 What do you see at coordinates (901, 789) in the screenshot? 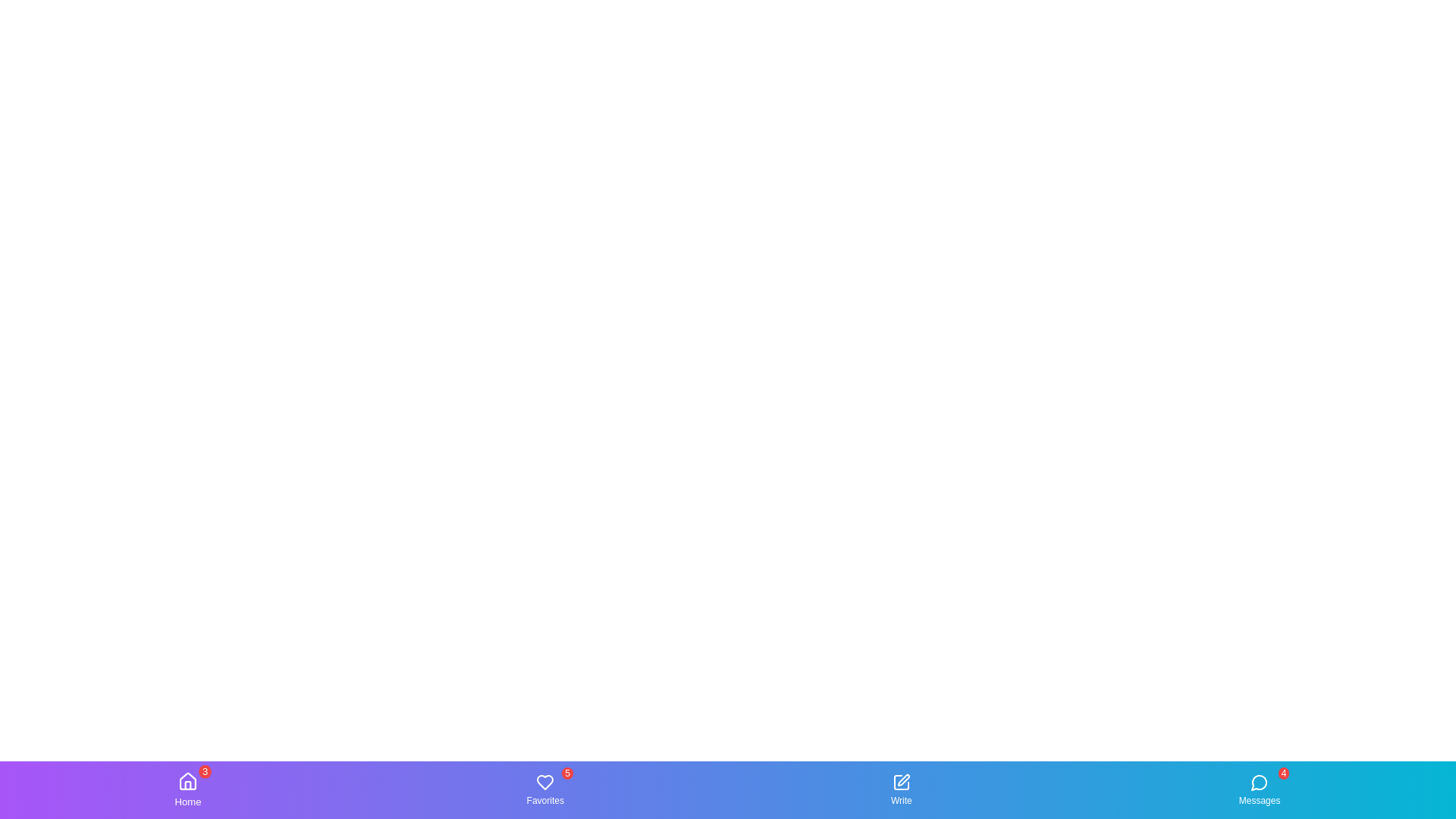
I see `the tab labeled Write` at bounding box center [901, 789].